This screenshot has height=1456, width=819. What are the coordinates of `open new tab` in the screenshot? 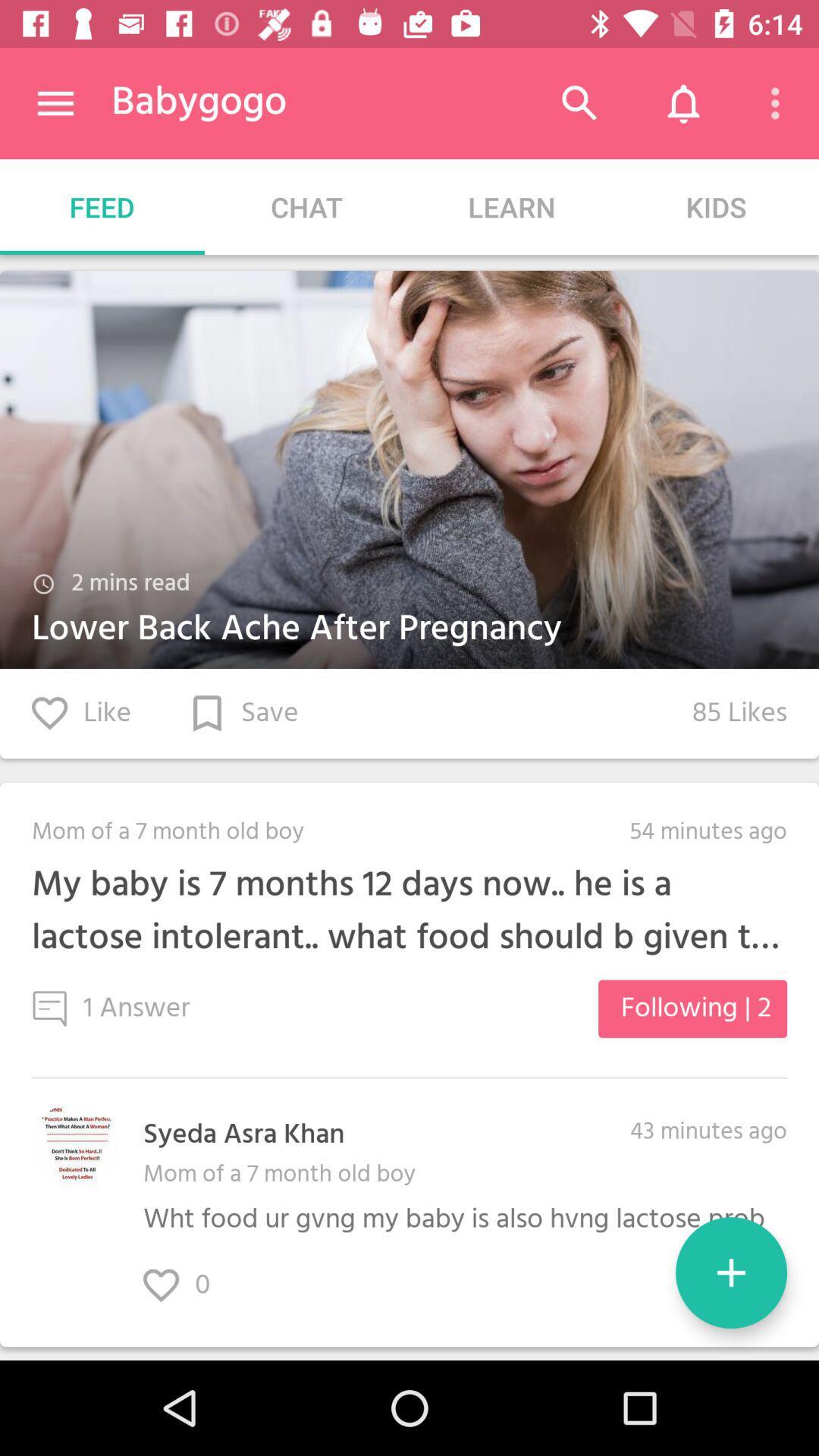 It's located at (730, 1272).